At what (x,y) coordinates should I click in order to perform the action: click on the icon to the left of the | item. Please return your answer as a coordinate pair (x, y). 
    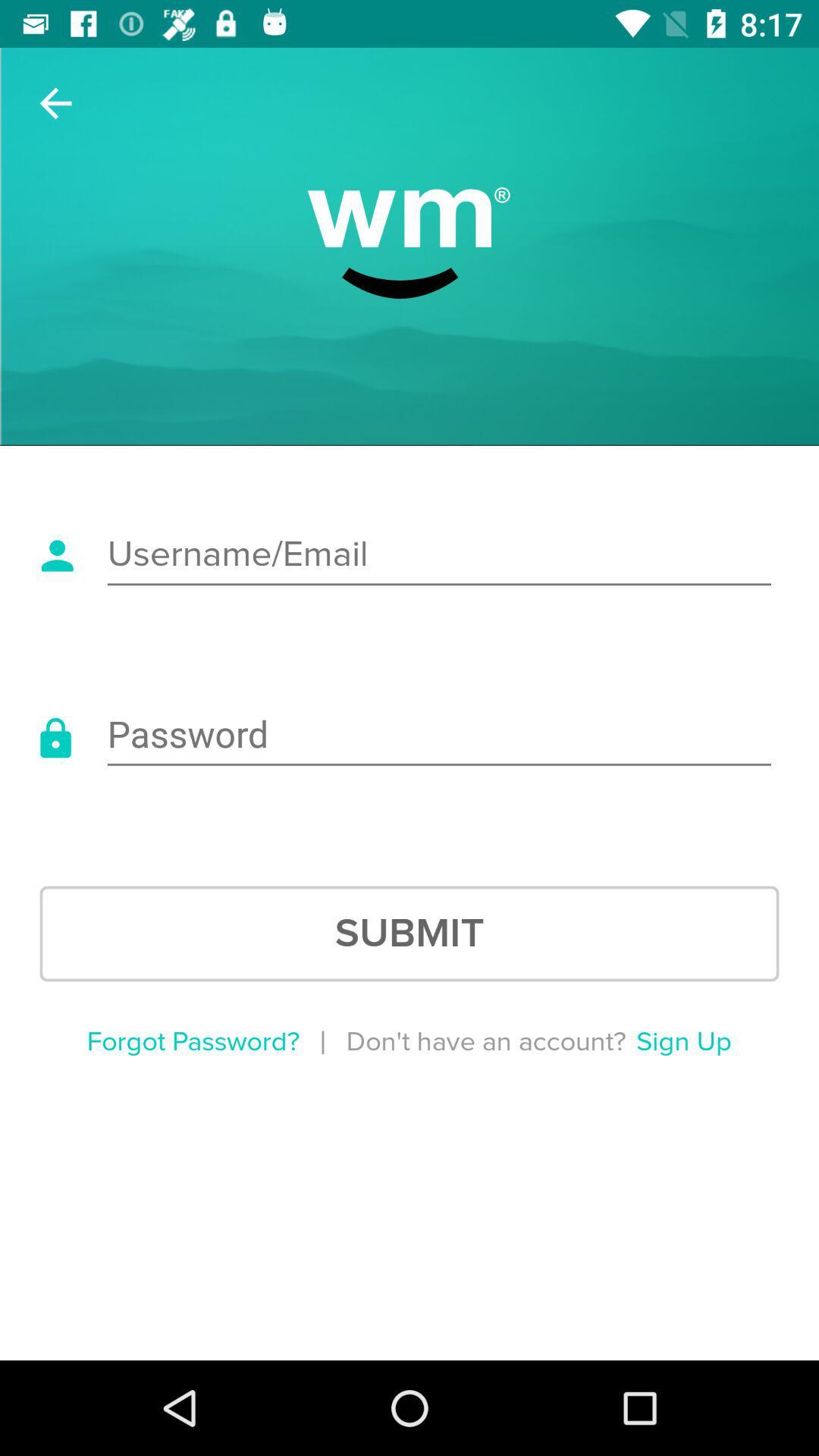
    Looking at the image, I should click on (192, 1041).